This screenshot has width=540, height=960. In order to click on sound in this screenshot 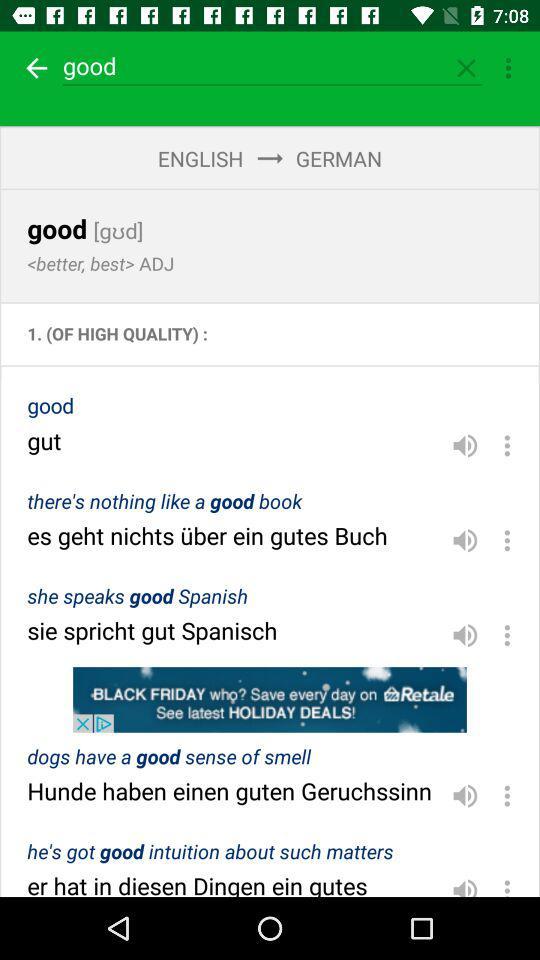, I will do `click(465, 796)`.